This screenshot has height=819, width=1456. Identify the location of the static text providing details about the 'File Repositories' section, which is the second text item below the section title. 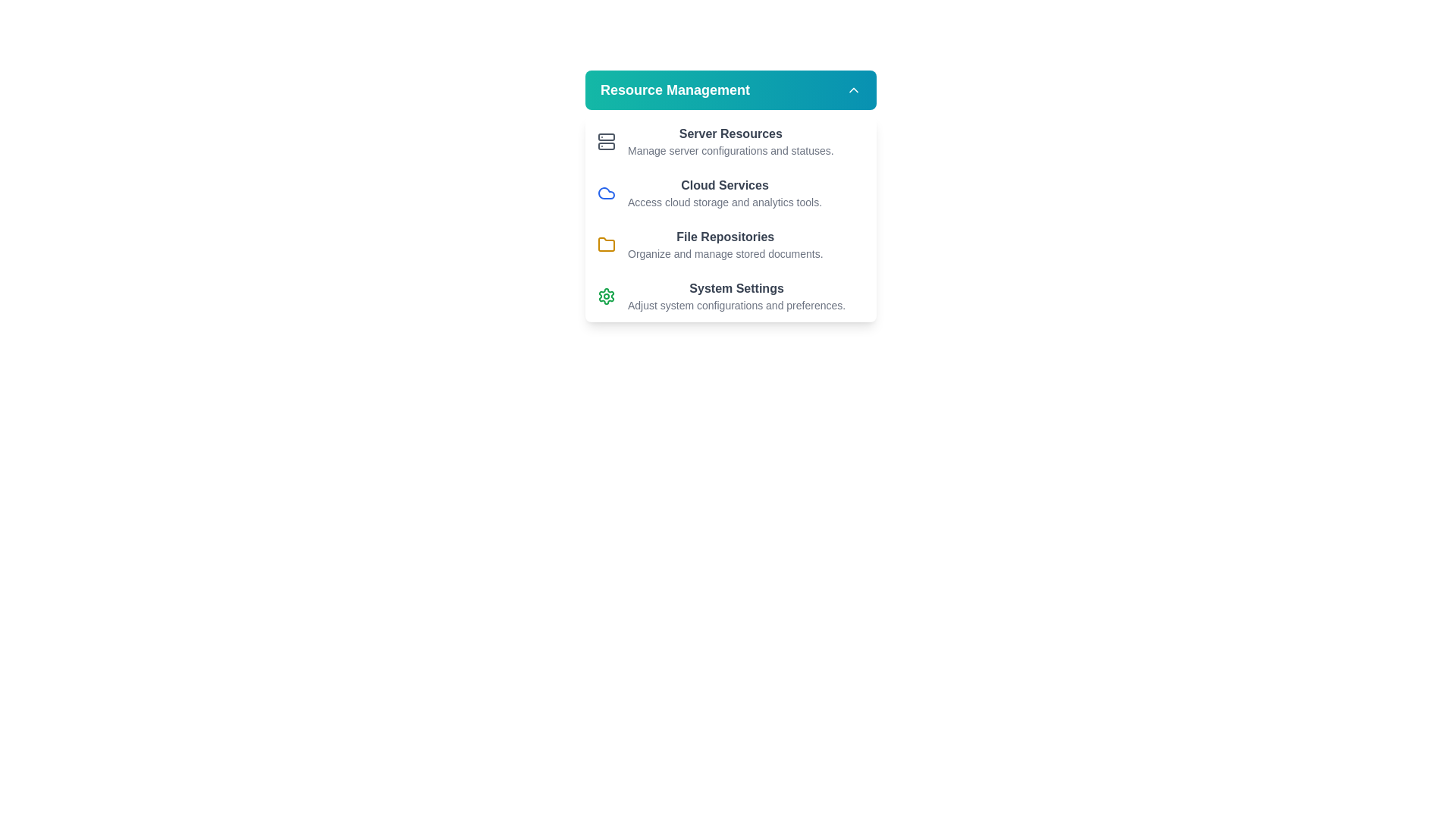
(724, 253).